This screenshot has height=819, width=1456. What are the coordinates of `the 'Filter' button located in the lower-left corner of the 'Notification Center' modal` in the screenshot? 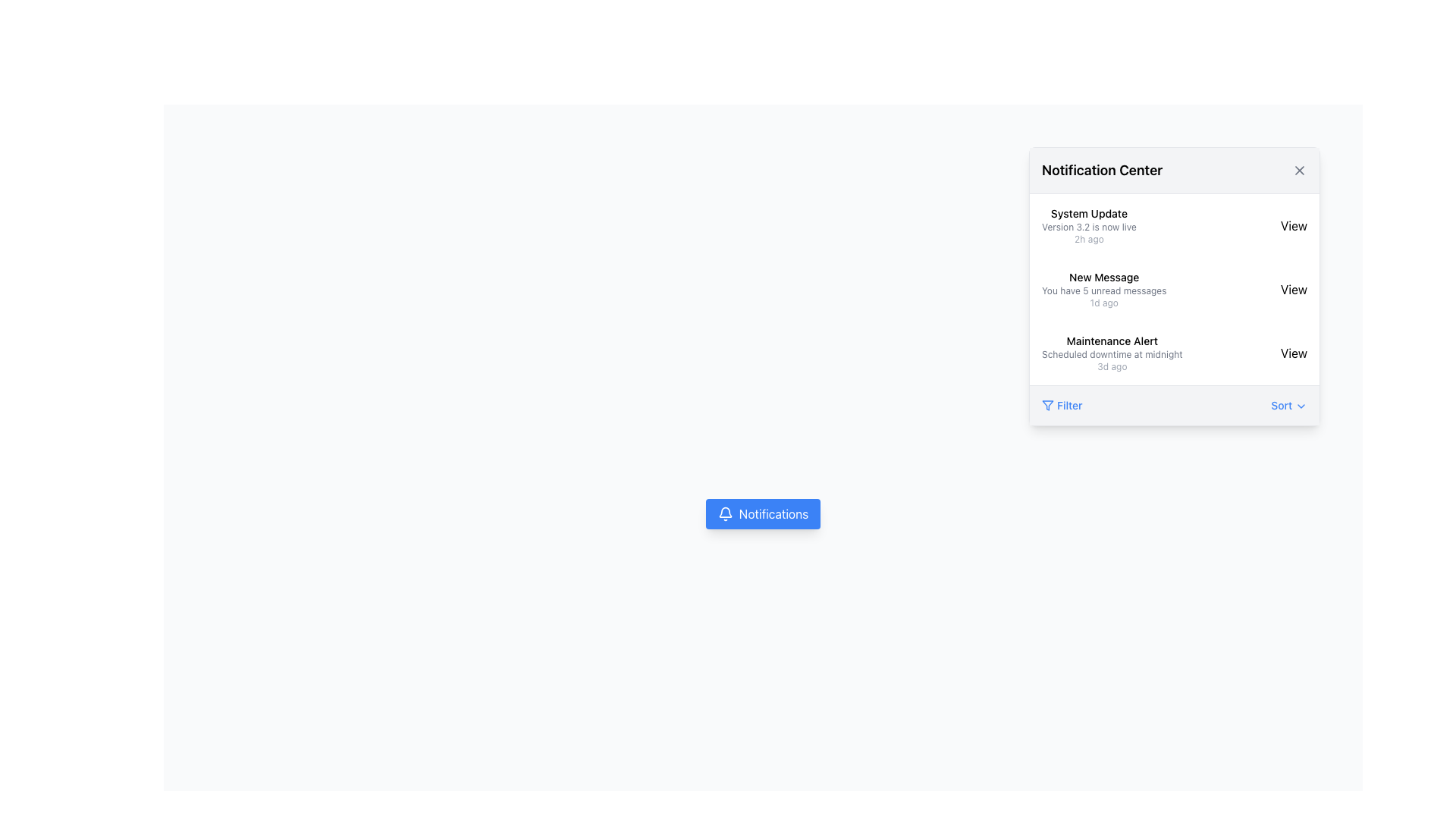 It's located at (1061, 405).